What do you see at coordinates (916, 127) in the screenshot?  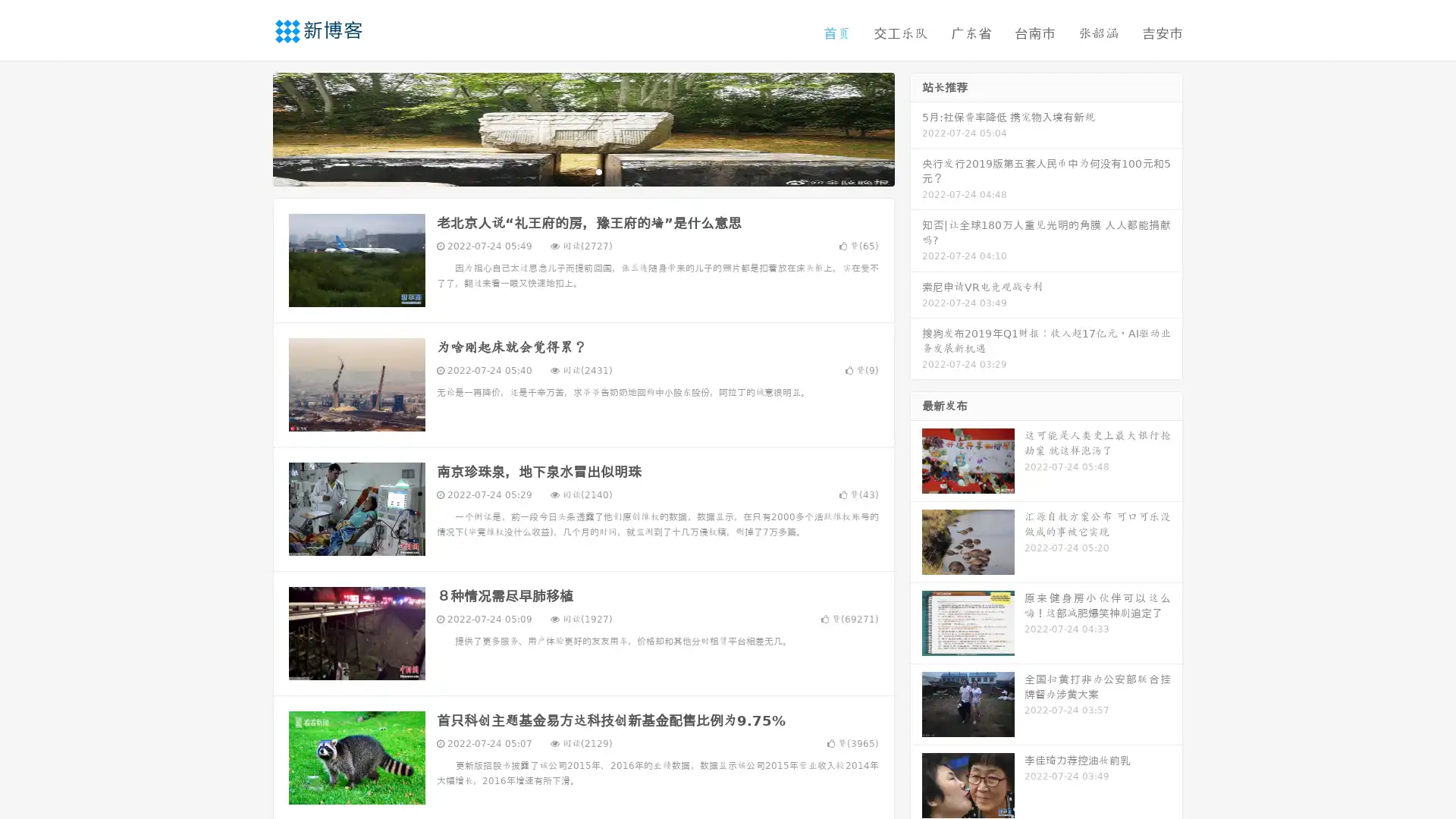 I see `Next slide` at bounding box center [916, 127].